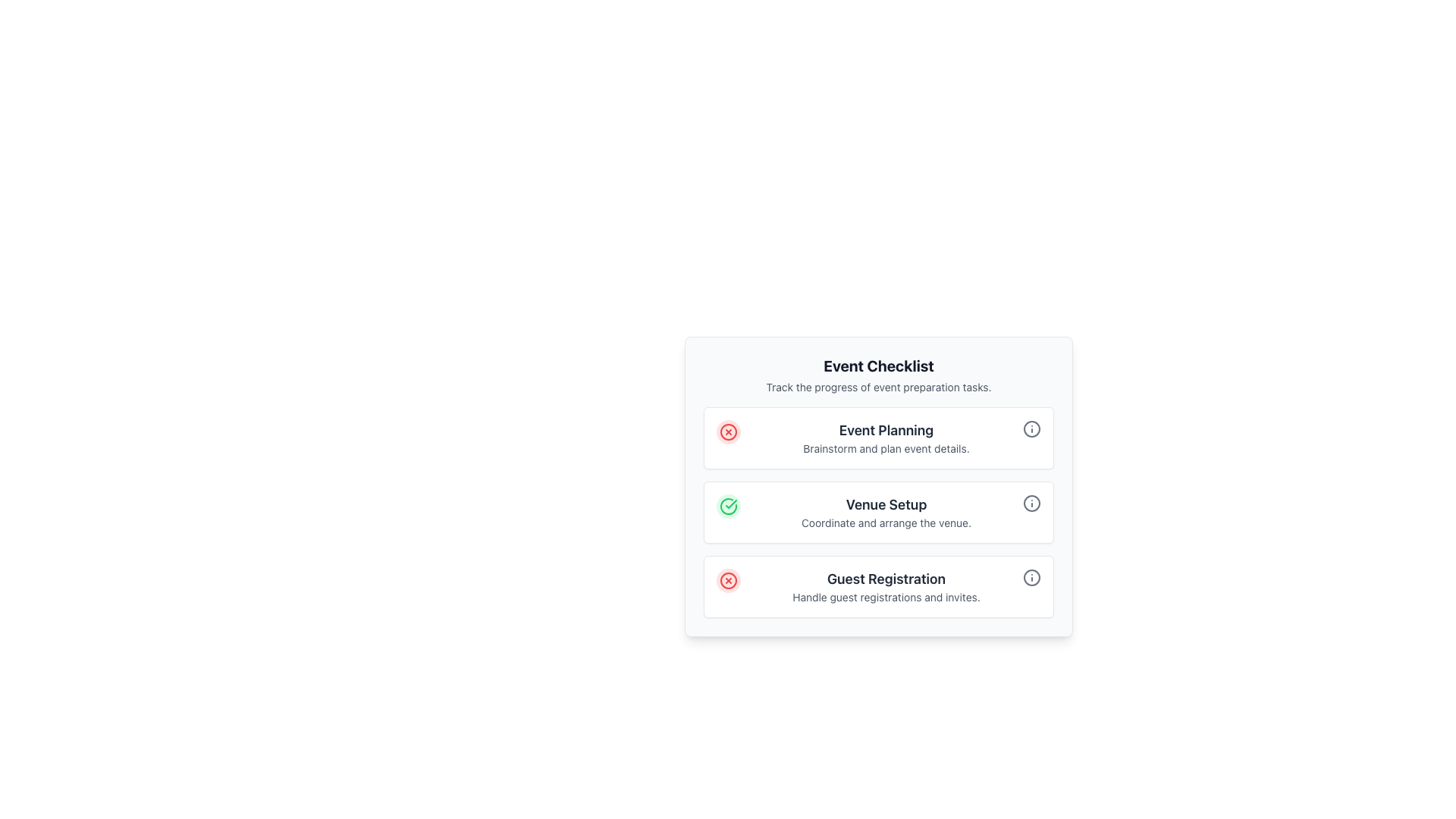 The width and height of the screenshot is (1456, 819). Describe the element at coordinates (886, 447) in the screenshot. I see `the descriptive text element located under the 'Event Planning' section, which provides information about the actions involved in the task` at that location.